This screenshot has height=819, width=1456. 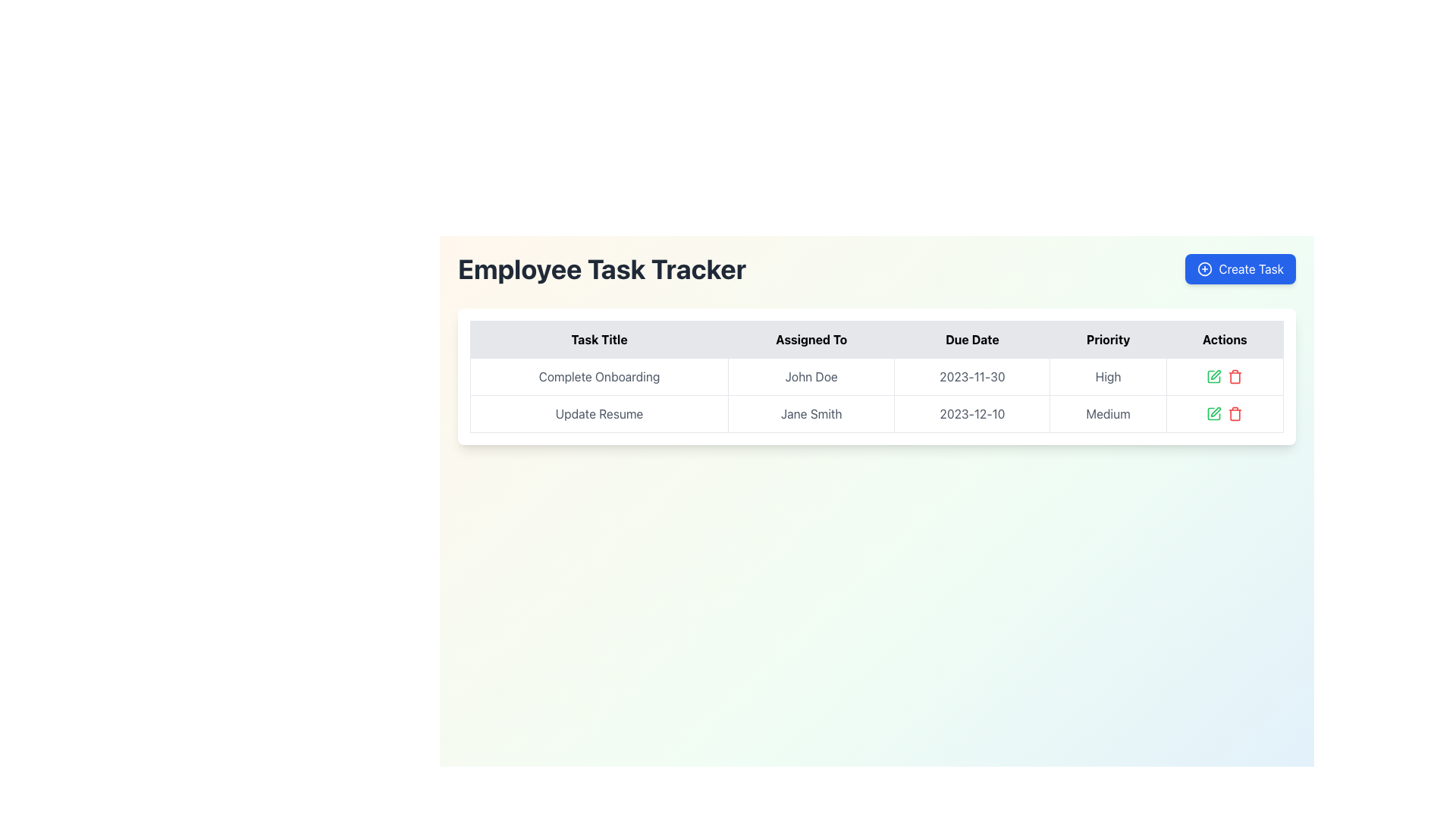 I want to click on the Table Header Cell indicating the priority of tasks in the column, which is the fourth cell from the left in the header row, so click(x=1108, y=338).